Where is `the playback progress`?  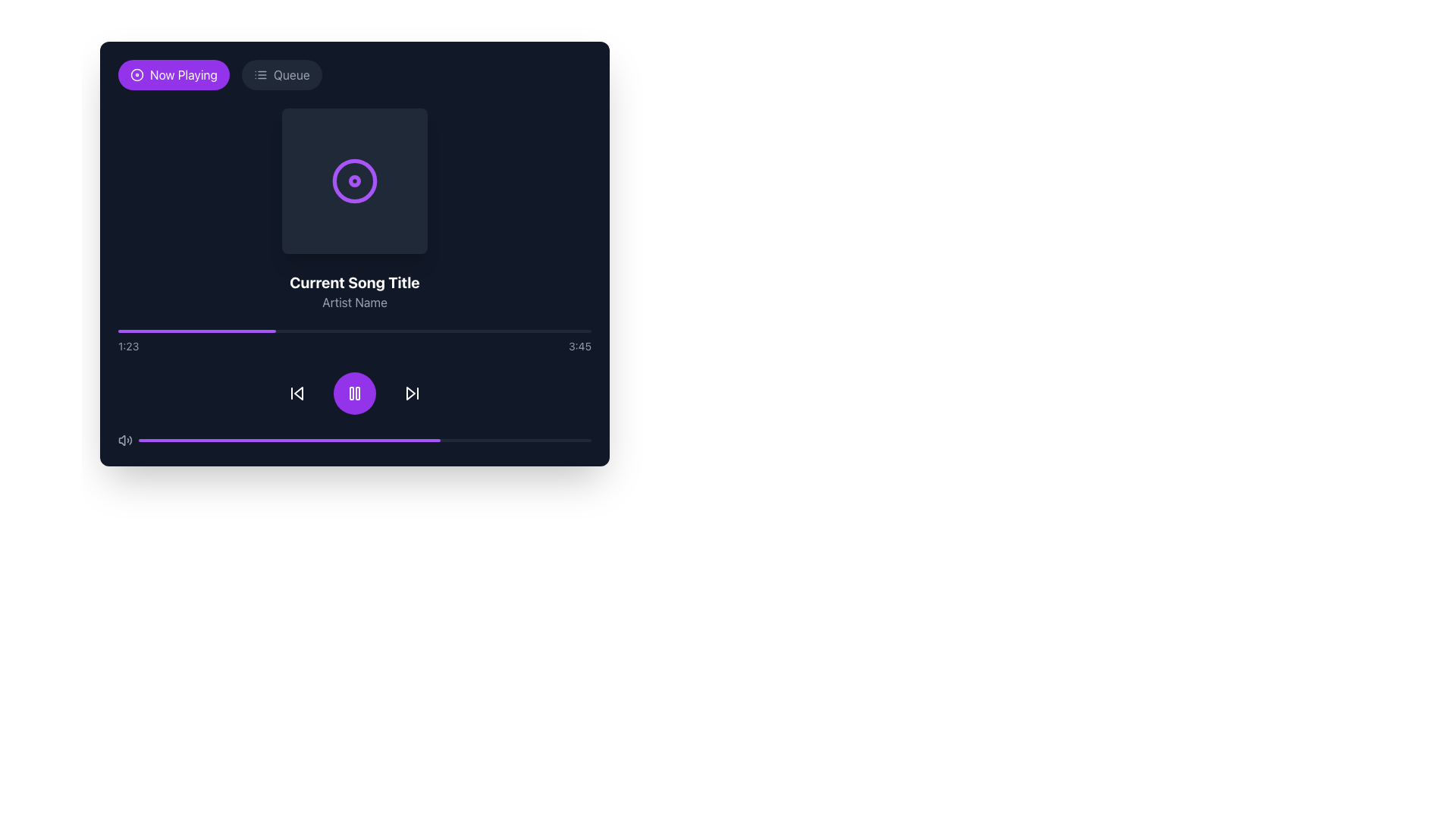 the playback progress is located at coordinates (284, 330).